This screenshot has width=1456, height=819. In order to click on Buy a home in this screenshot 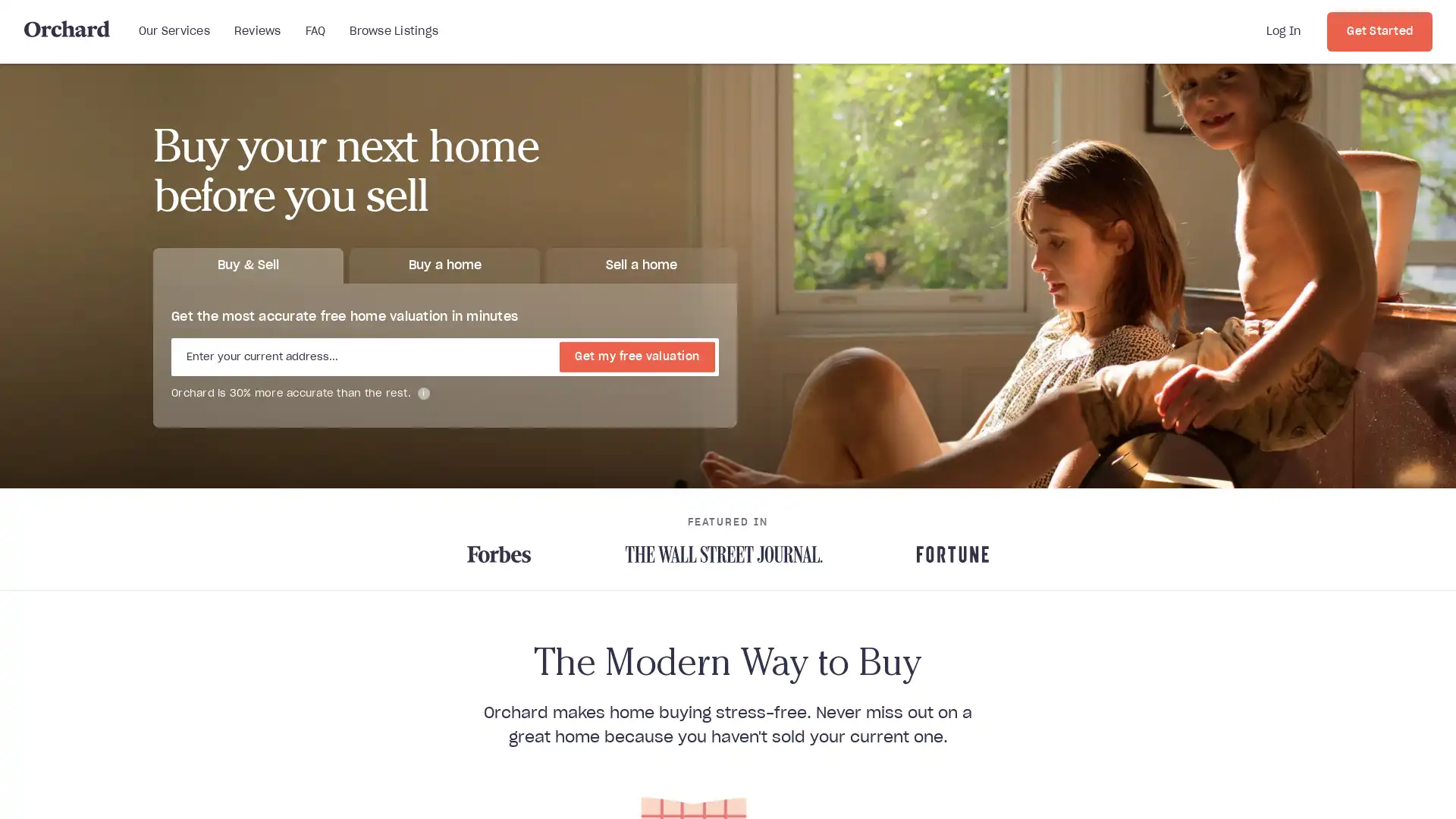, I will do `click(444, 264)`.